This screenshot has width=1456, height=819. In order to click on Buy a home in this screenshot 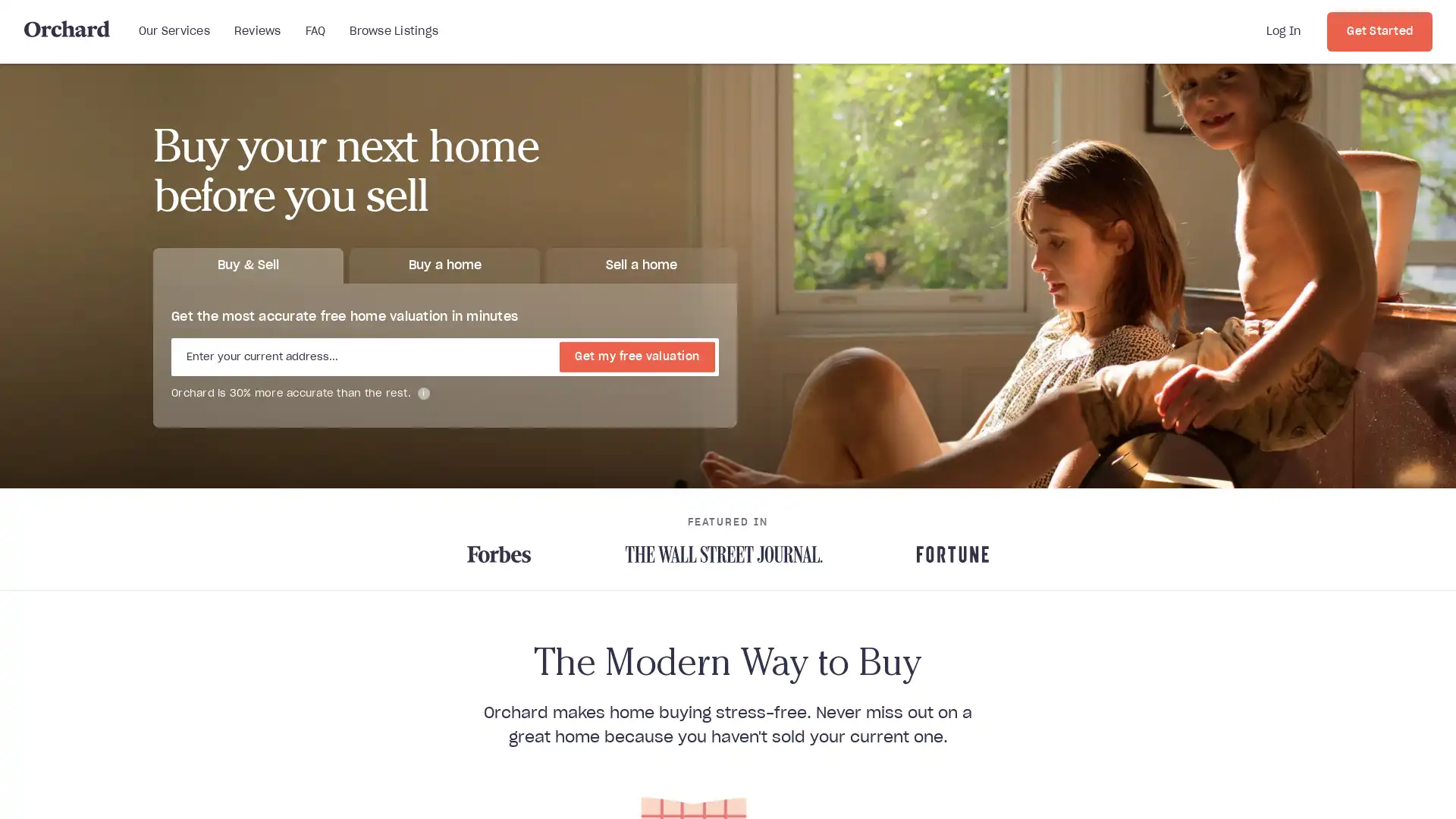, I will do `click(444, 264)`.